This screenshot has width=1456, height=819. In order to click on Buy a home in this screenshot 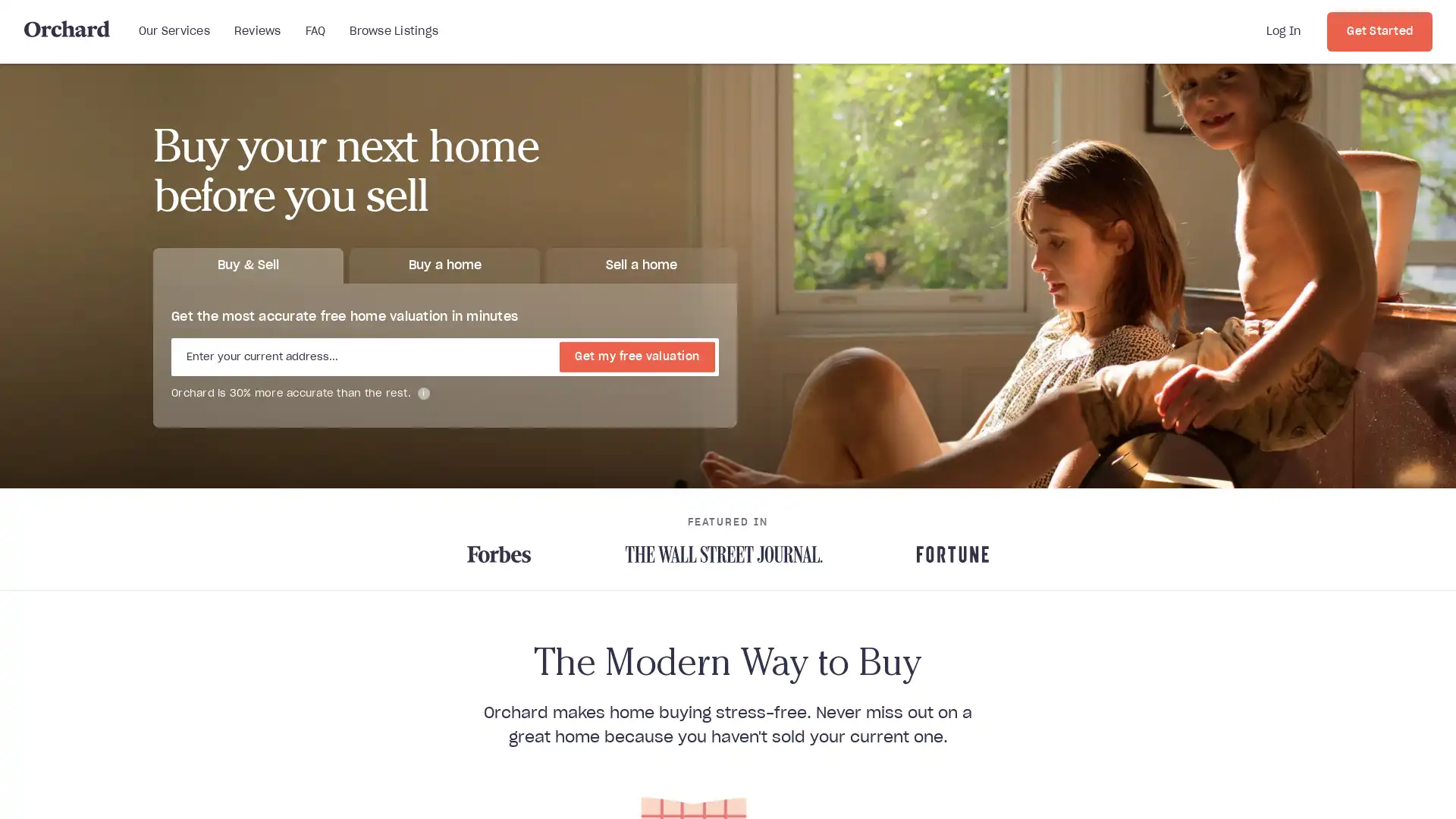, I will do `click(444, 264)`.